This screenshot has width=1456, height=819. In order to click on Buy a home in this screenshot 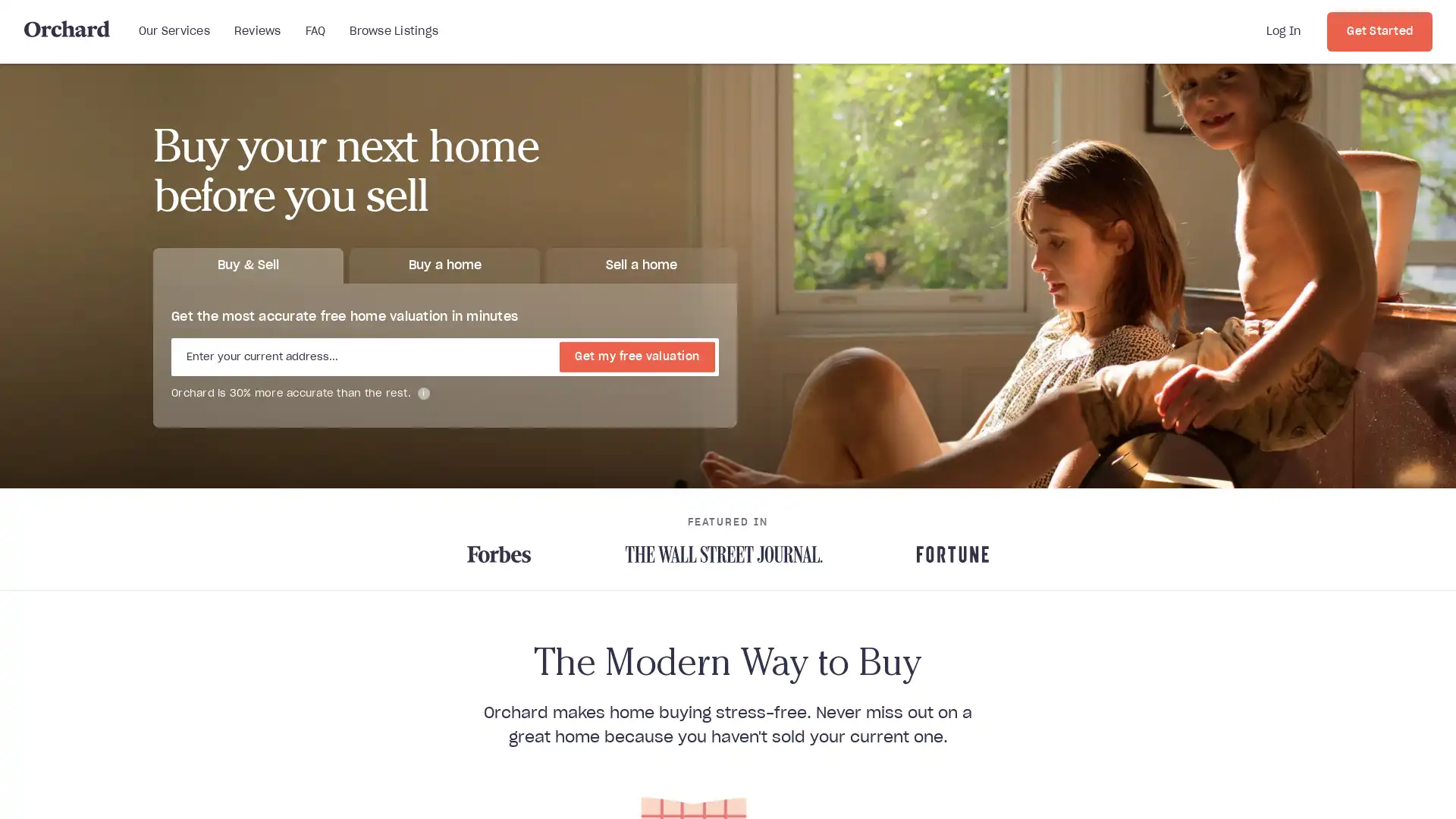, I will do `click(444, 264)`.